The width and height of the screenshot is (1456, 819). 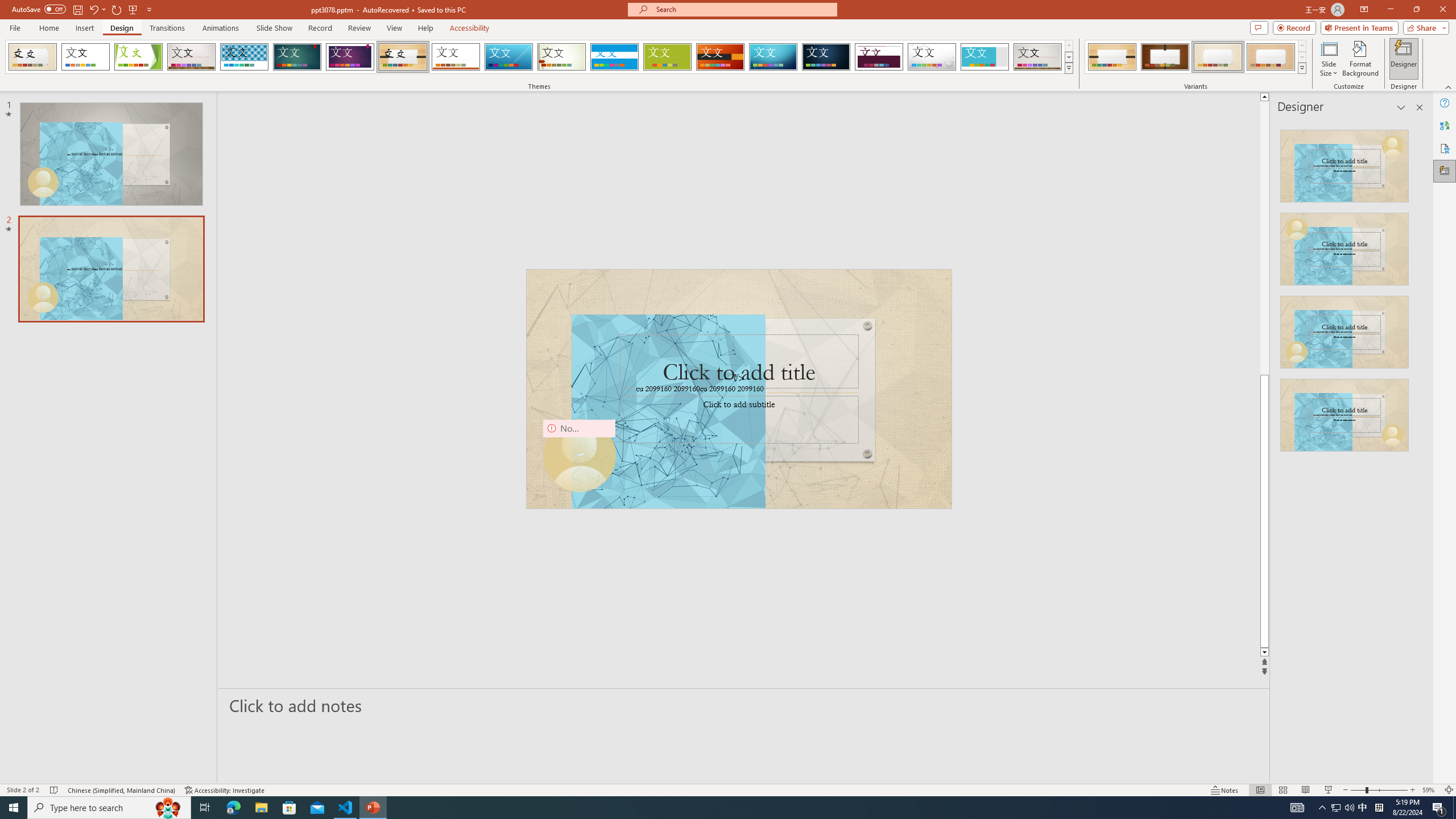 I want to click on 'Organic', so click(x=403, y=56).